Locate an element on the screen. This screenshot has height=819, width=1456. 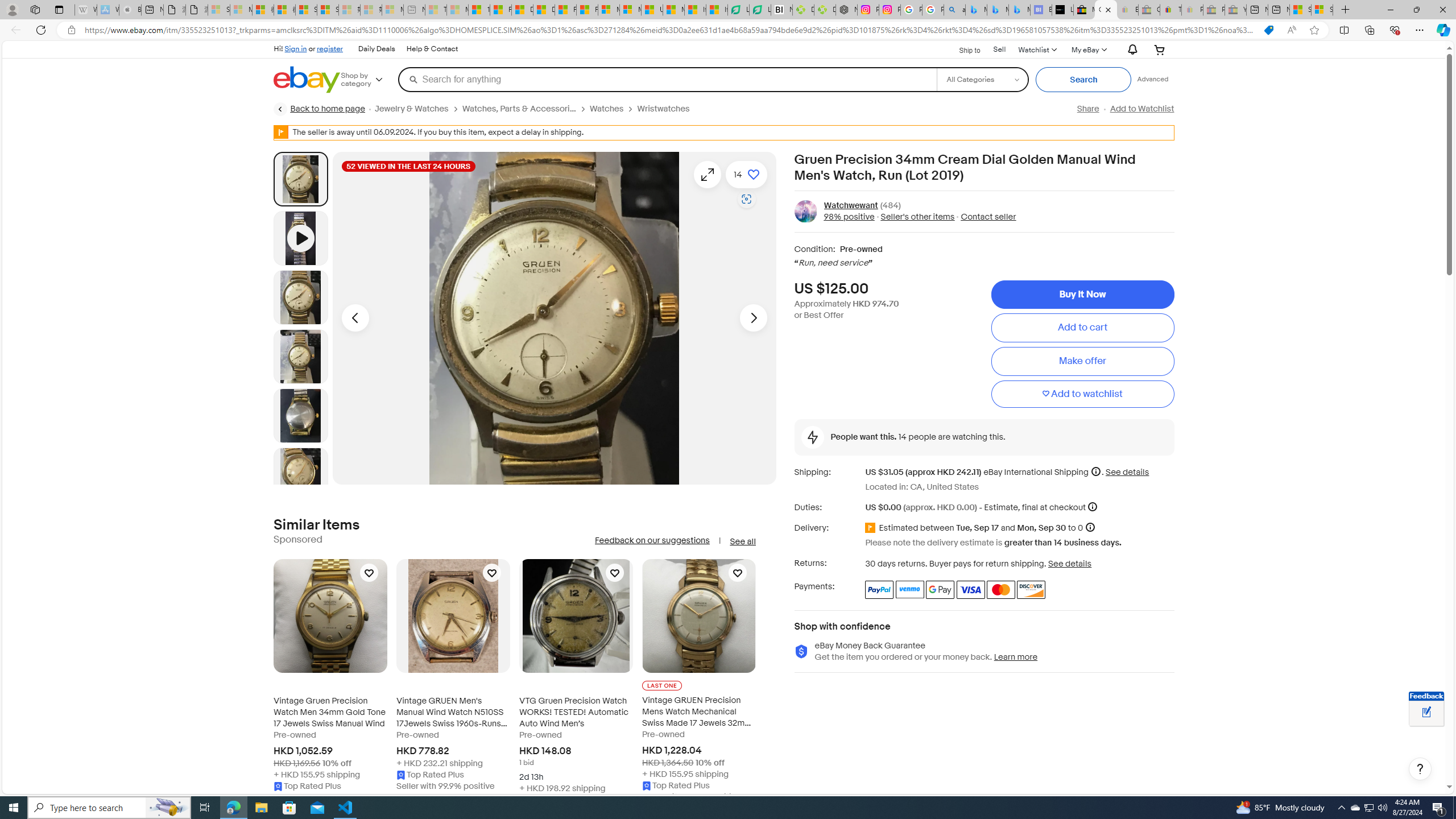
'Jewelry & Watches' is located at coordinates (411, 109).